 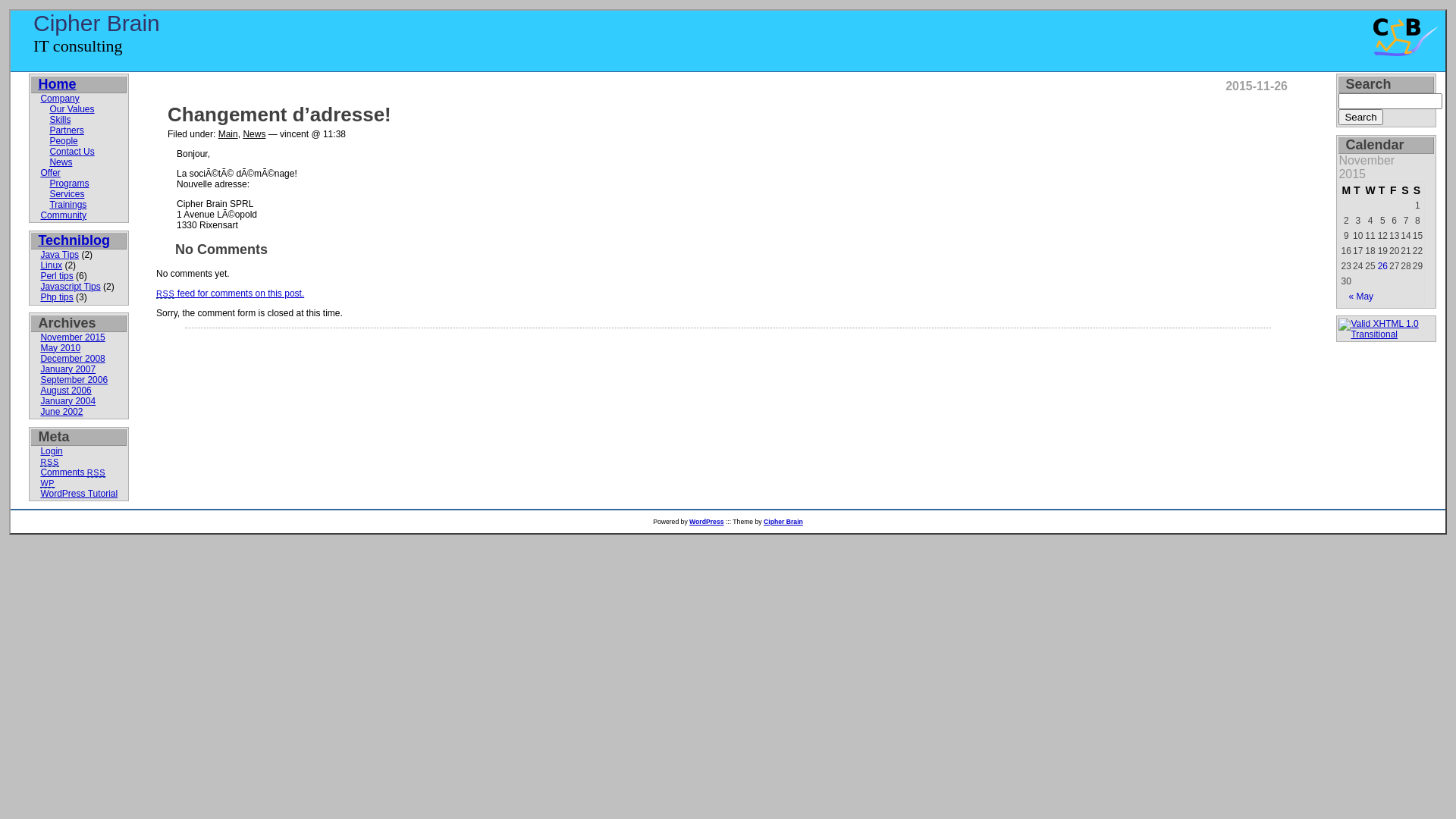 What do you see at coordinates (218, 133) in the screenshot?
I see `'Main'` at bounding box center [218, 133].